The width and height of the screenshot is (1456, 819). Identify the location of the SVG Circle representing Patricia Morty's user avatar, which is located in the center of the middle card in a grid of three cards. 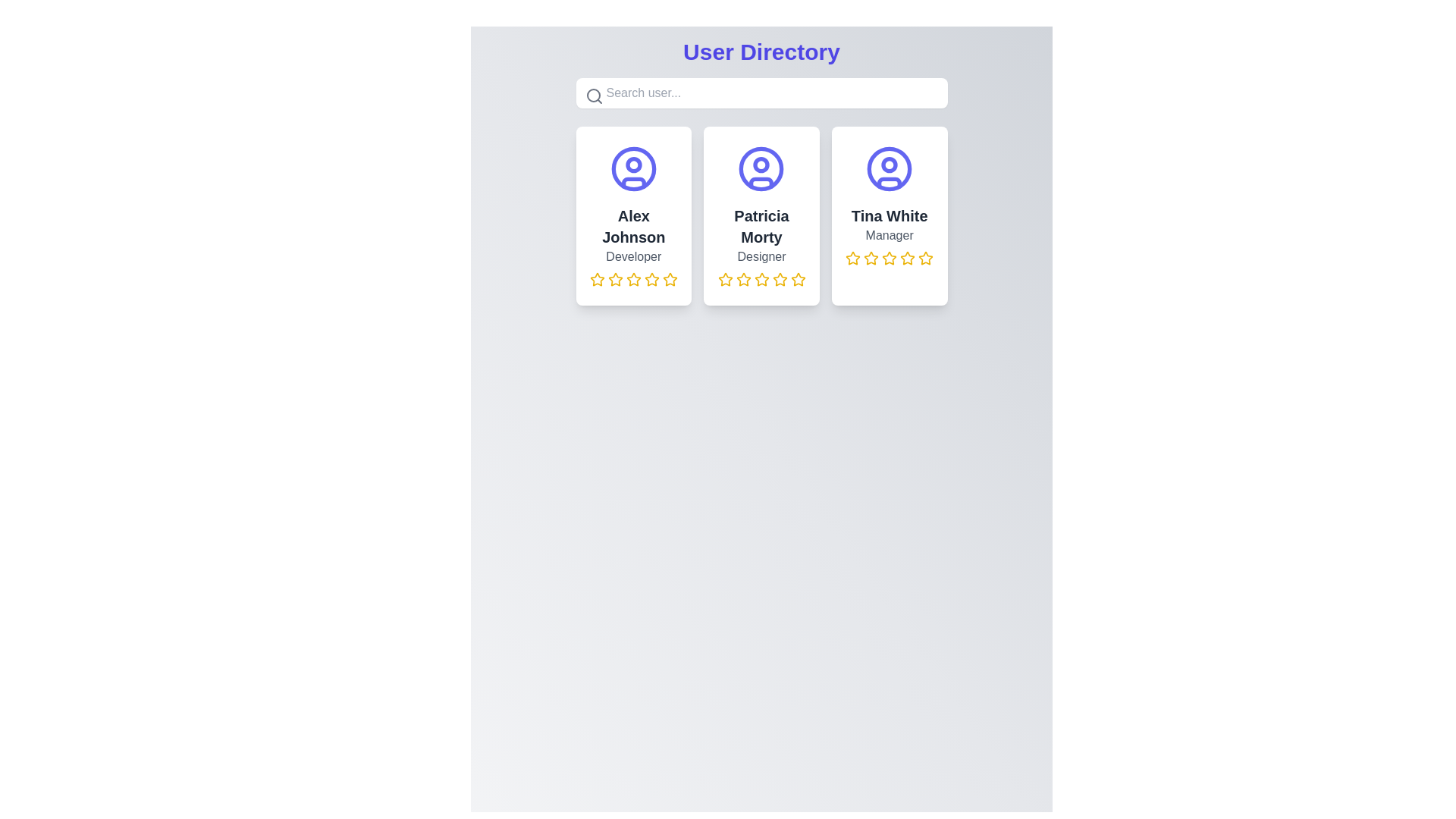
(761, 169).